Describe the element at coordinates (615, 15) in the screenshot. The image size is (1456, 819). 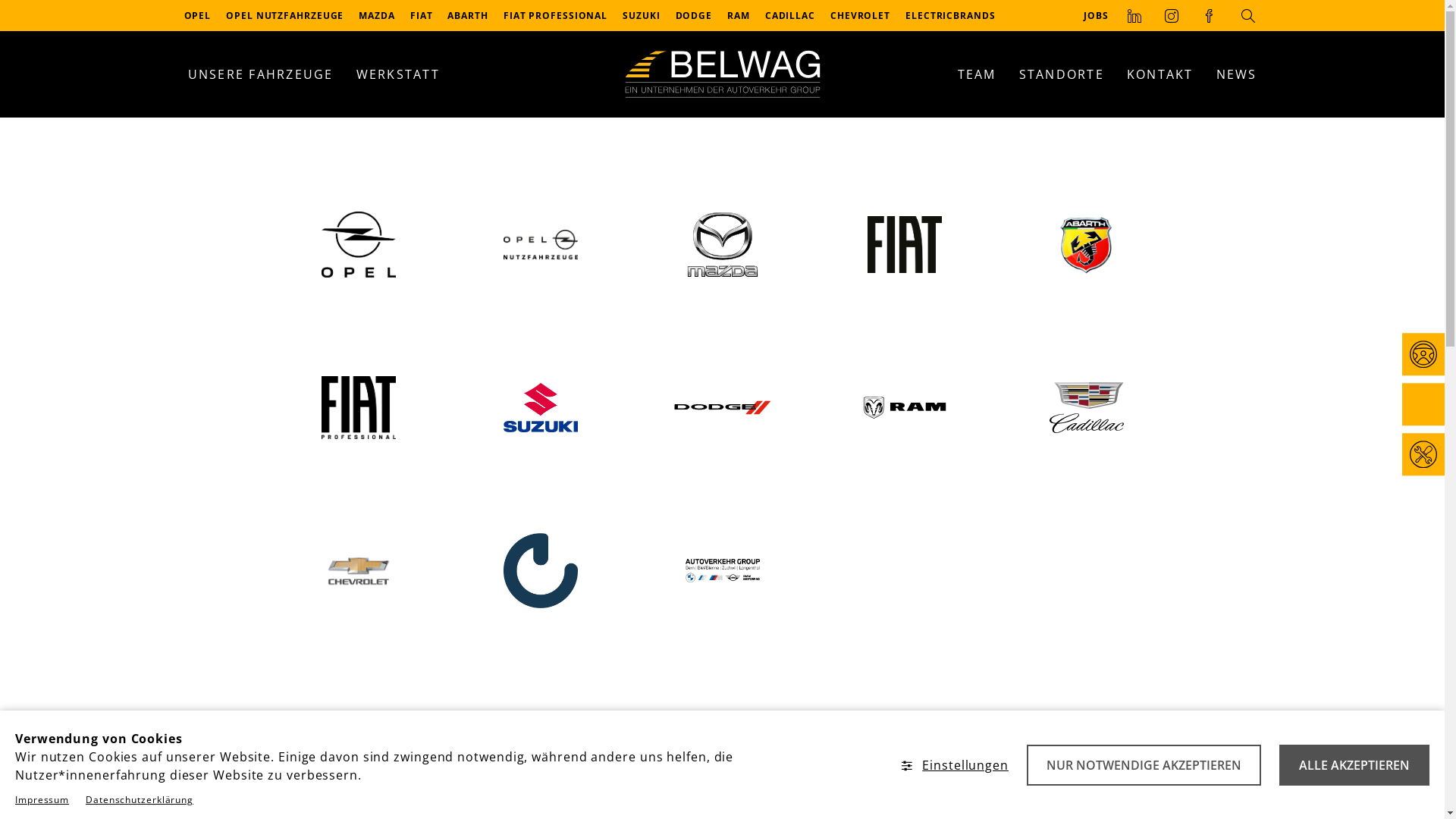
I see `'SUZUKI'` at that location.